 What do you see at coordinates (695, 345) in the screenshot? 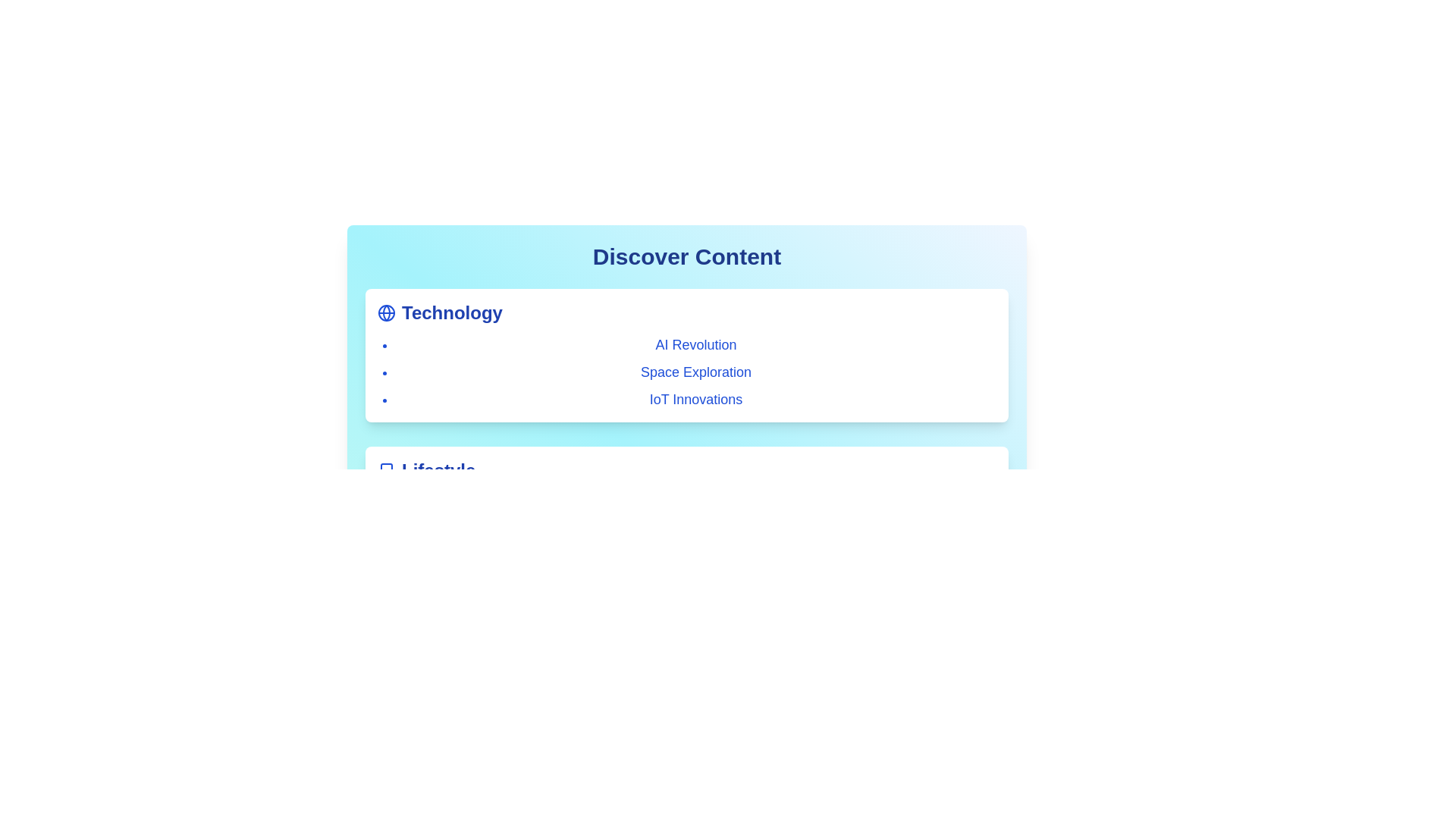
I see `the category or item AI Revolution to view its hover effect` at bounding box center [695, 345].